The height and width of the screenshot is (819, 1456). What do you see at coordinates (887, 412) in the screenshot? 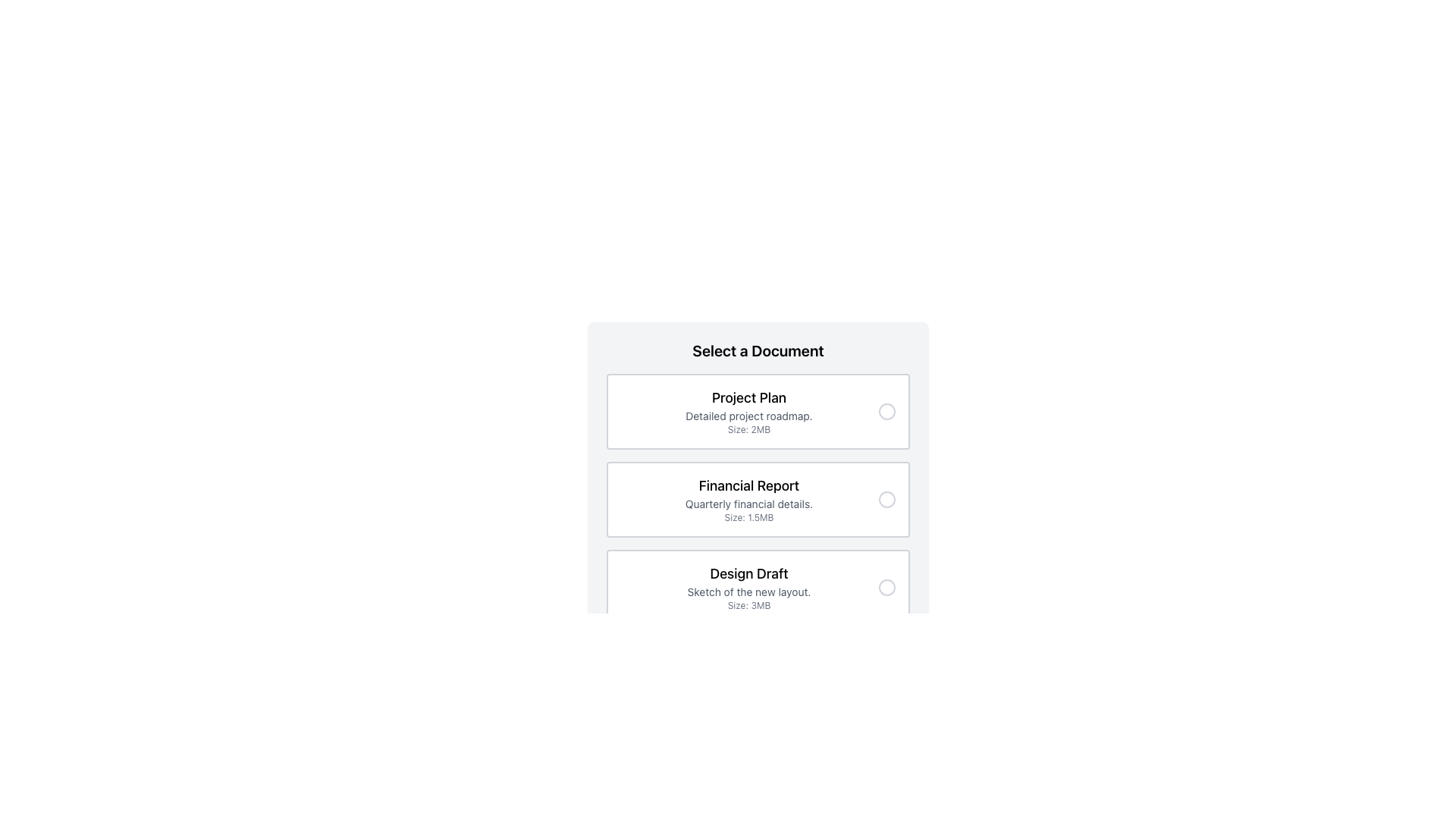
I see `circular icon indicator at the far right end of the 'Project Plan' section, which has a light gray border and no fill` at bounding box center [887, 412].